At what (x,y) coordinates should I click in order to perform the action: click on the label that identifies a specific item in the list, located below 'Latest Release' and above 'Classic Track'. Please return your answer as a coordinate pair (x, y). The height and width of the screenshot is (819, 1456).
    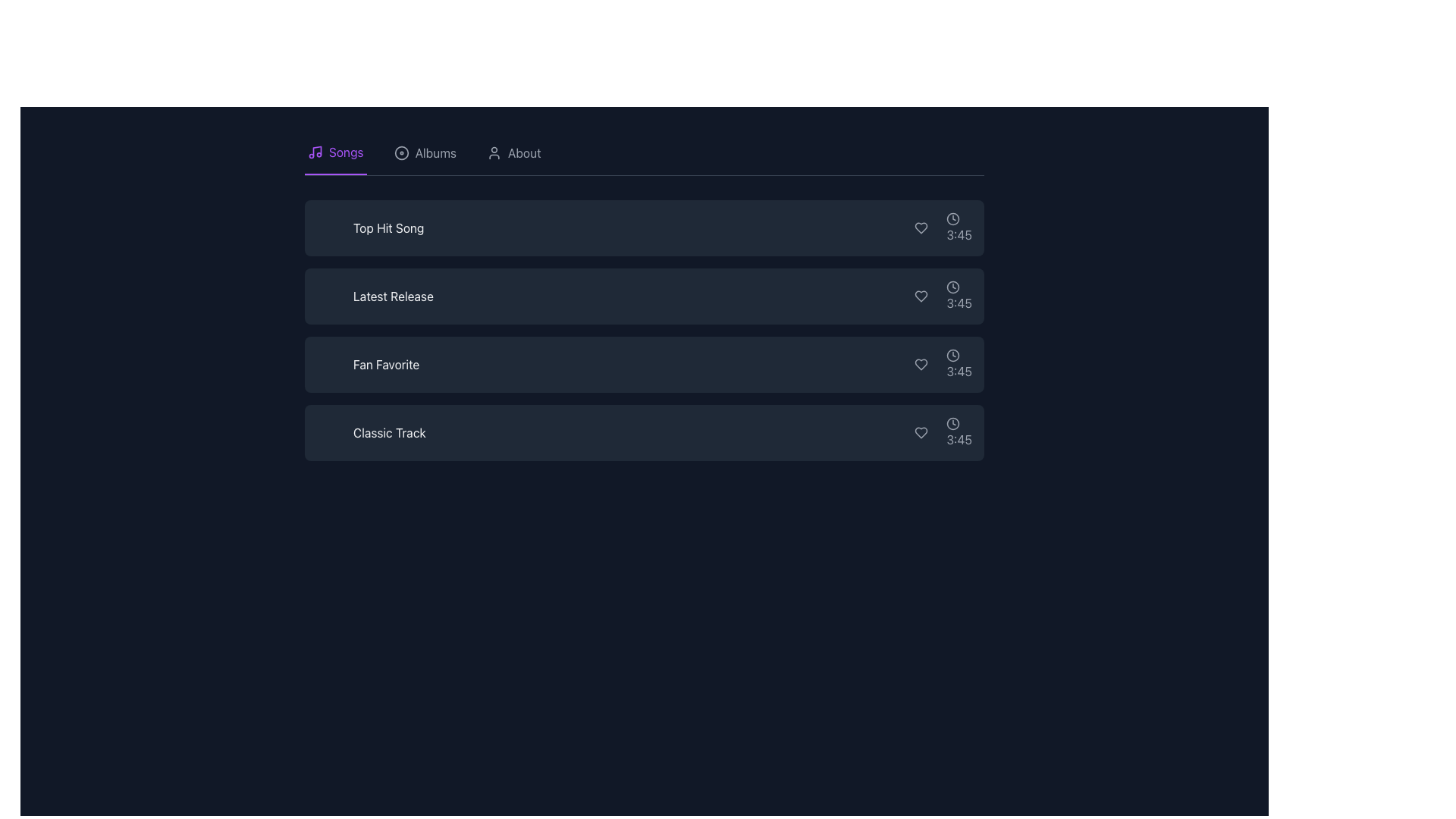
    Looking at the image, I should click on (386, 365).